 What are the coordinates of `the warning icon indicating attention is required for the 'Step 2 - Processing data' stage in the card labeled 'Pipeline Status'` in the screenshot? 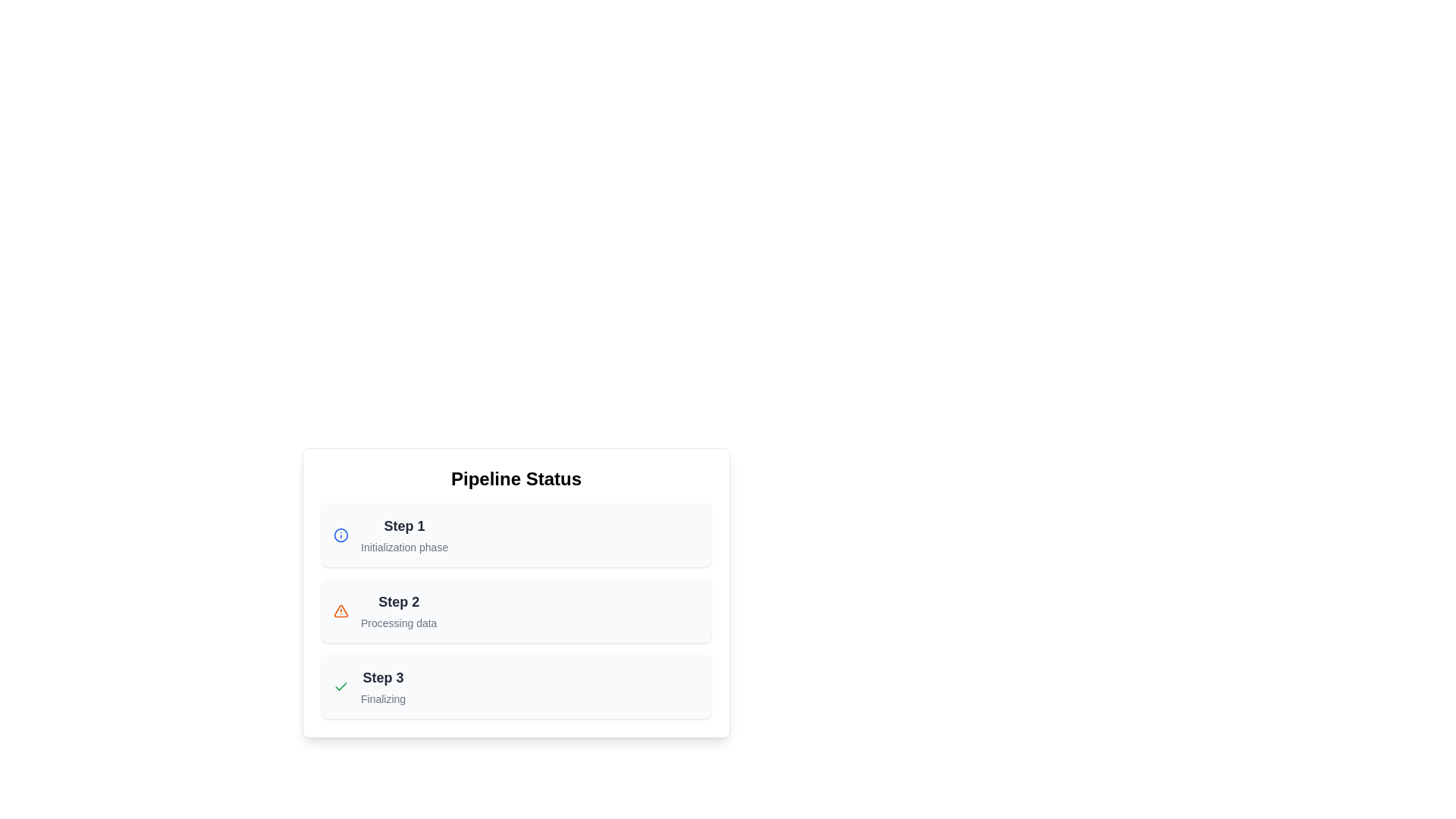 It's located at (340, 610).